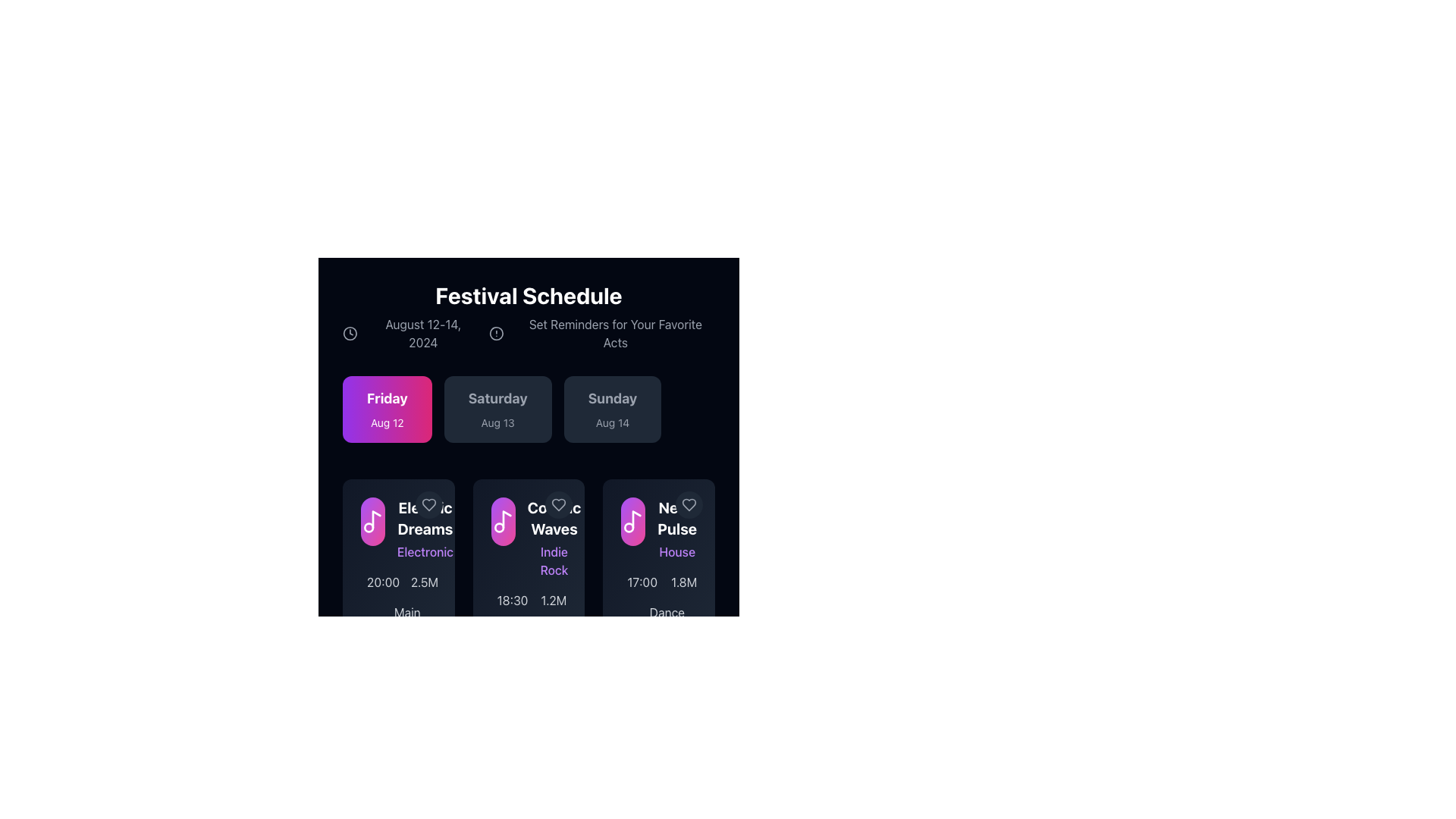 This screenshot has height=819, width=1456. I want to click on the time indication text for the 'Co Waves' event located in the bottom portion of the event card, to the right of the clock icon, so click(513, 599).